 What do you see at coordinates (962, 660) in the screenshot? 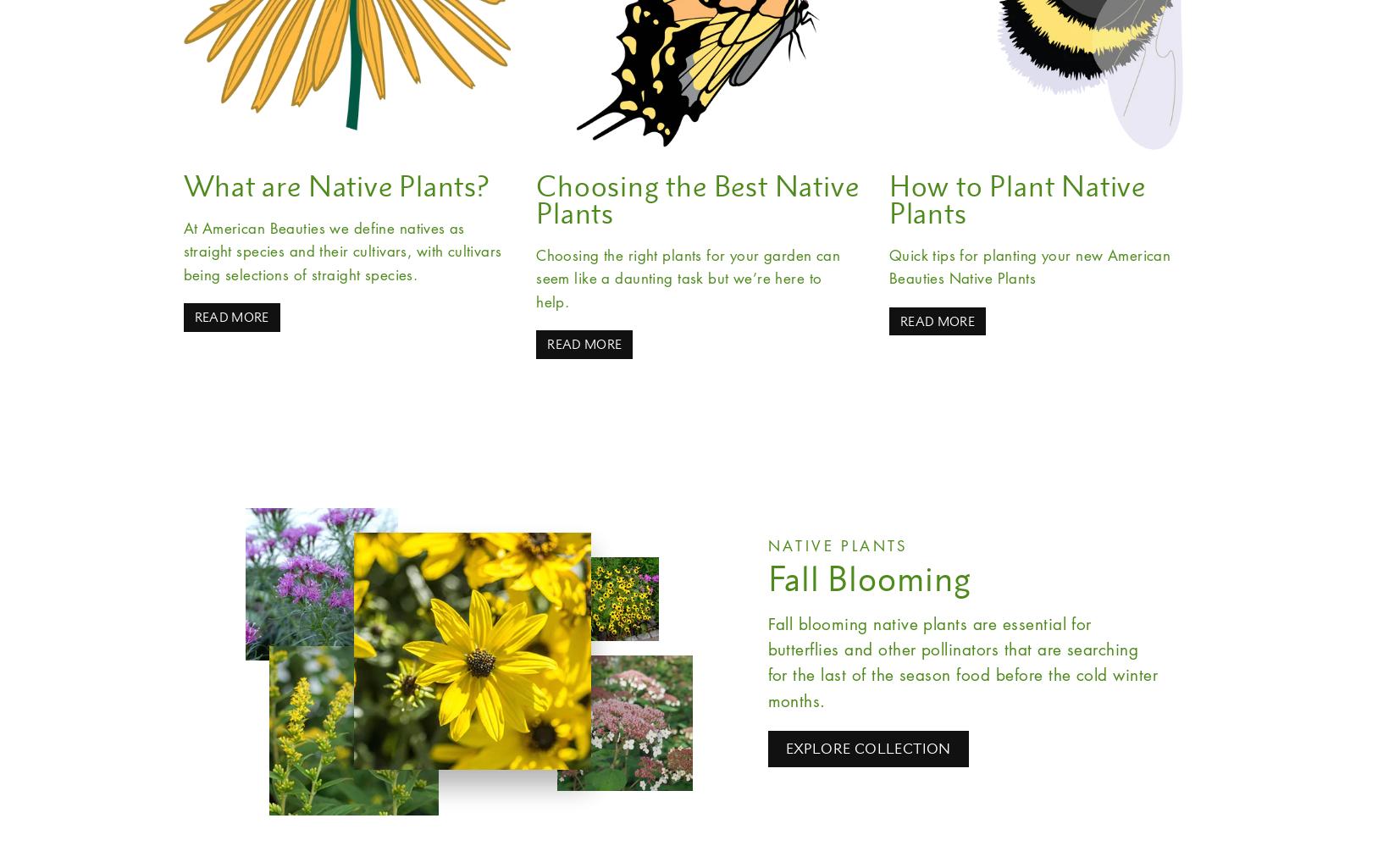
I see `'Fall blooming native plants are essential for butterflies and other pollinators that are searching for the last of the season food before the cold winter months.'` at bounding box center [962, 660].